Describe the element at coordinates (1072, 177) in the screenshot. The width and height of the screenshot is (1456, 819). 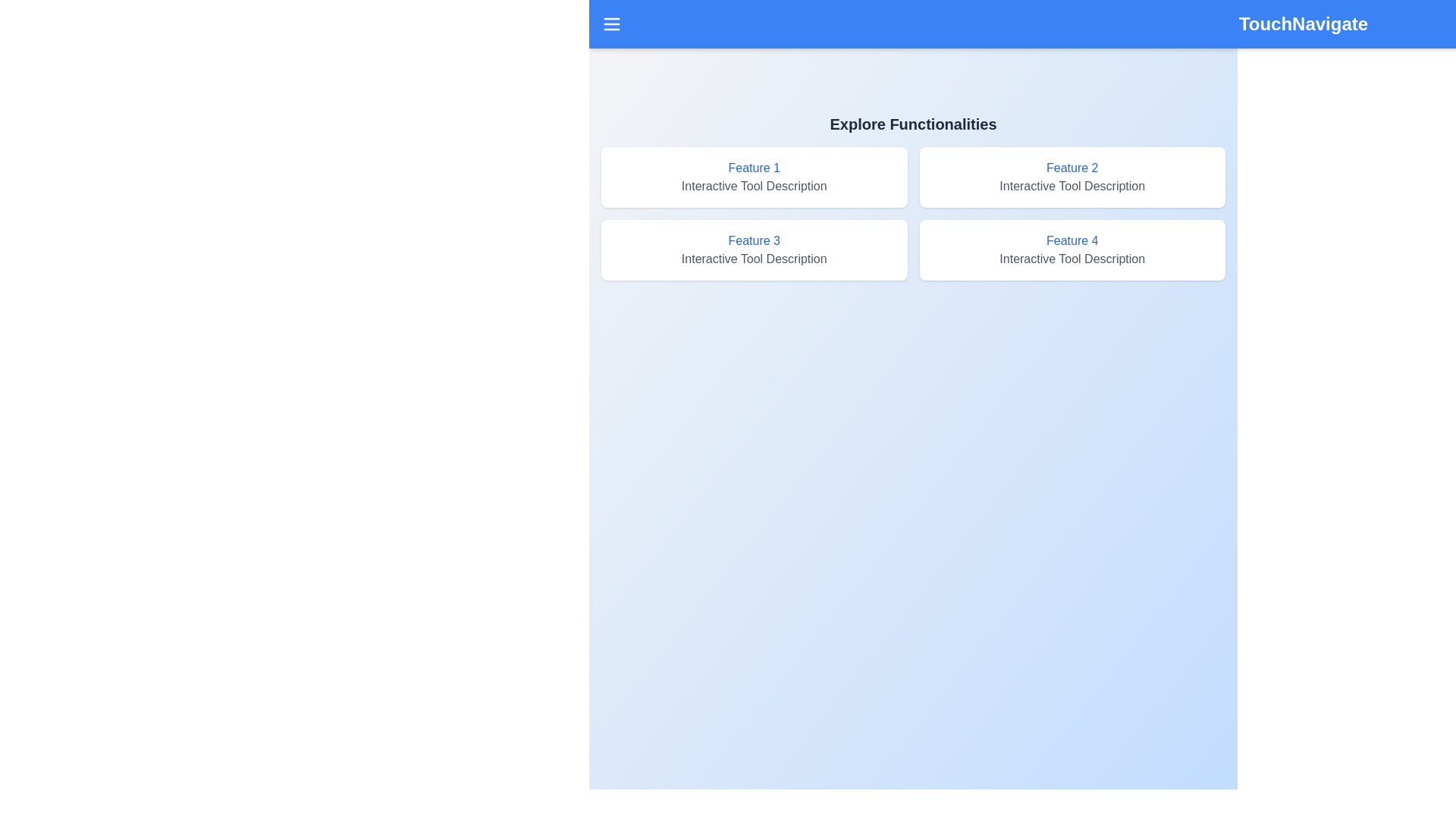
I see `the 'Feature 2' box` at that location.